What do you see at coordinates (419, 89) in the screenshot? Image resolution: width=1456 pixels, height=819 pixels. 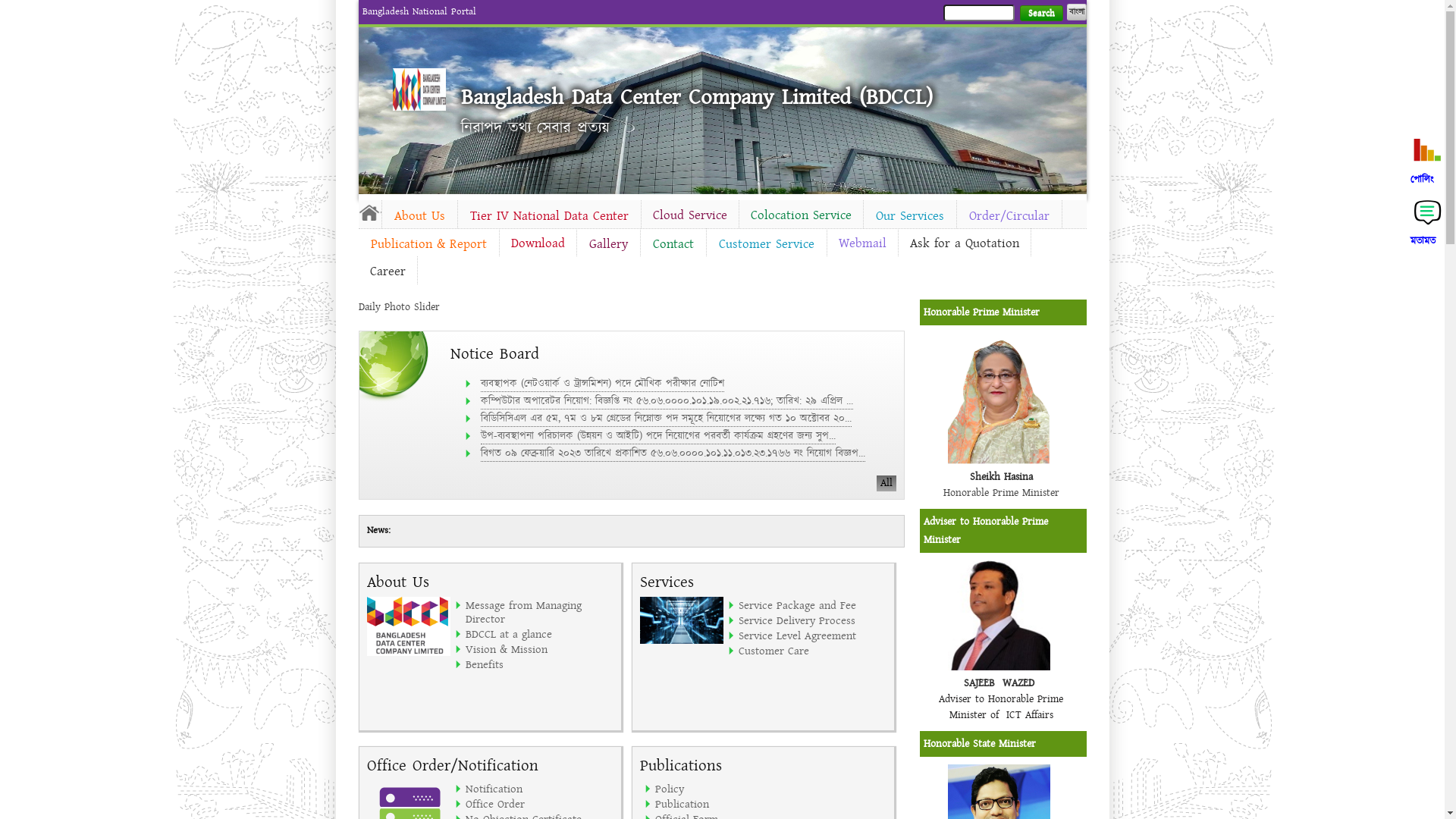 I see `'Home'` at bounding box center [419, 89].